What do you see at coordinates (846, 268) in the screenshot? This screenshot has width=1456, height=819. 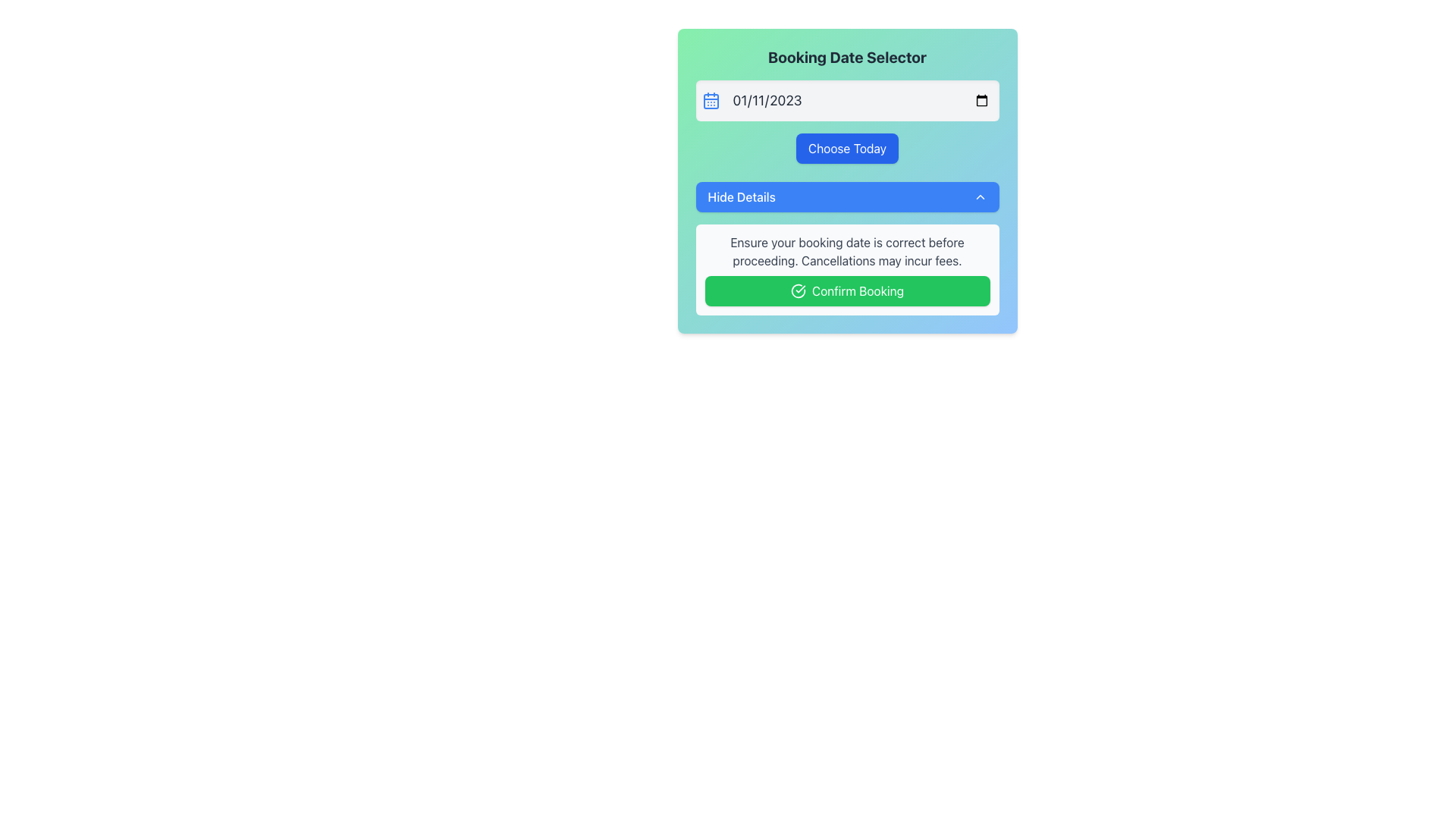 I see `text for booking information from the complex UI element containing a text paragraph and a confirmation button, located below the 'Hide Details' button` at bounding box center [846, 268].